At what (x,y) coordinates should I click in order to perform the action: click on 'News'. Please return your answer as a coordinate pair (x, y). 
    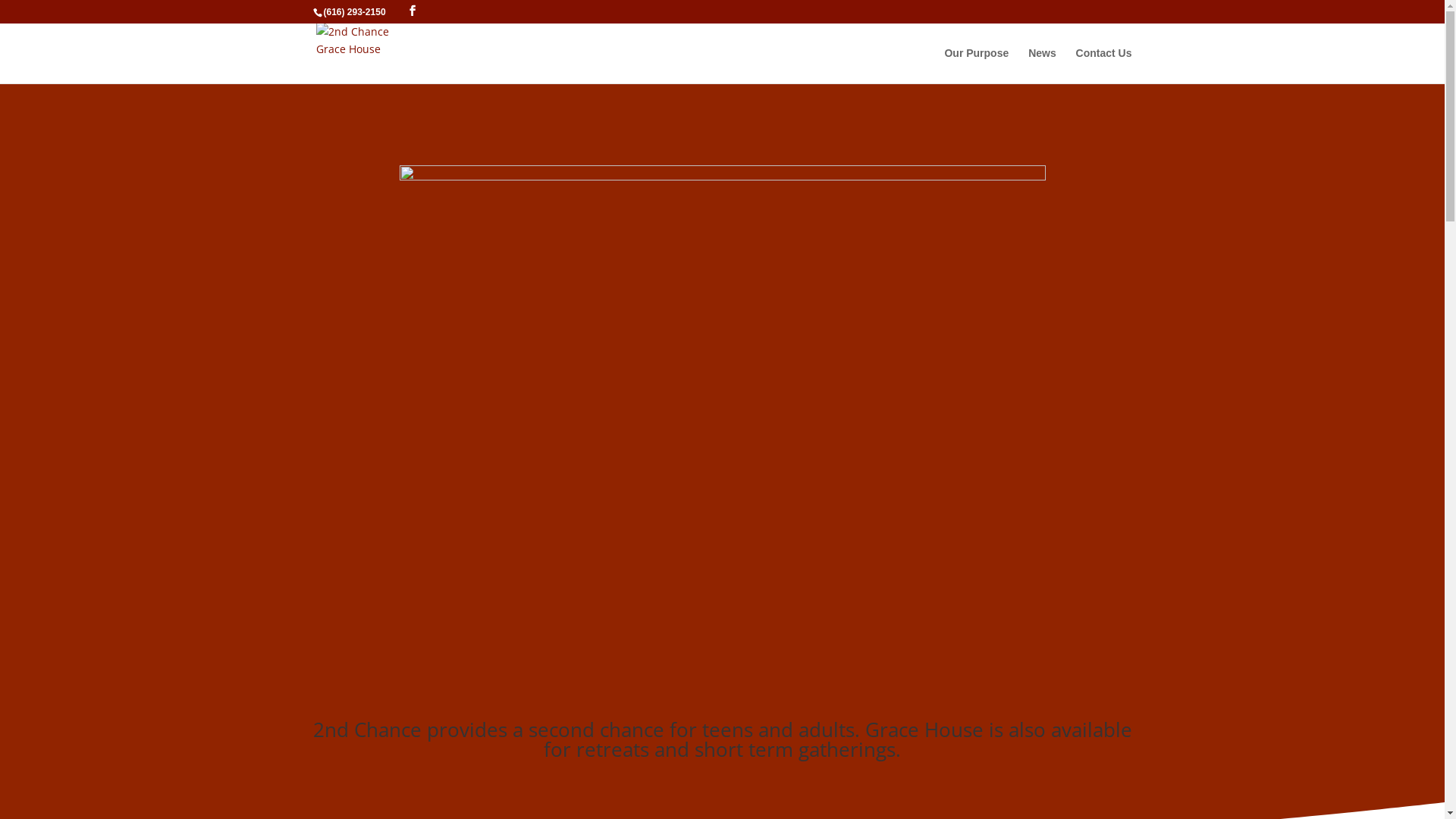
    Looking at the image, I should click on (1041, 64).